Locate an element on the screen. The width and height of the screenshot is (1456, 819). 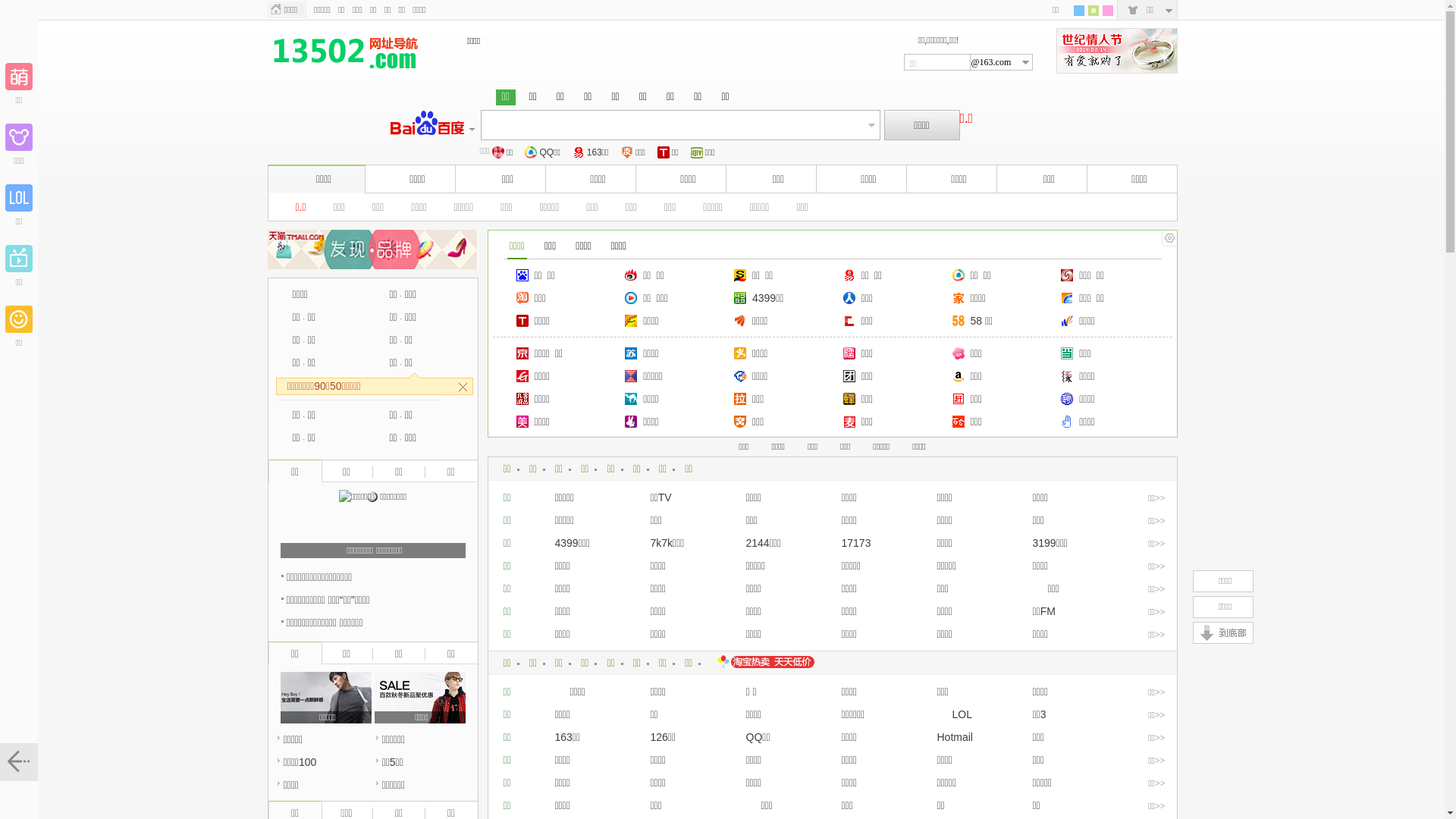
'17173' is located at coordinates (856, 542).